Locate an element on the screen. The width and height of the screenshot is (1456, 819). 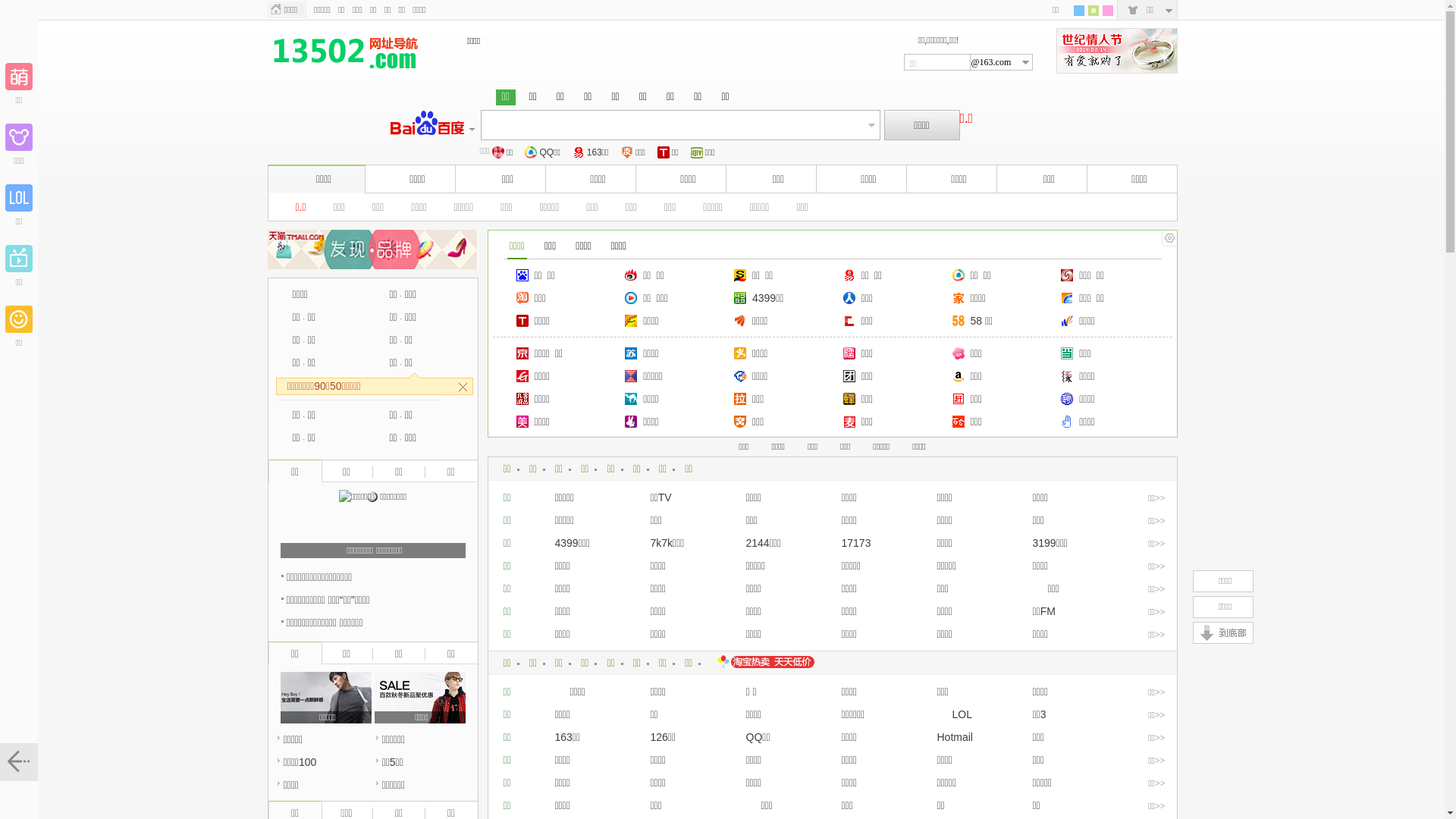
'17173' is located at coordinates (856, 542).